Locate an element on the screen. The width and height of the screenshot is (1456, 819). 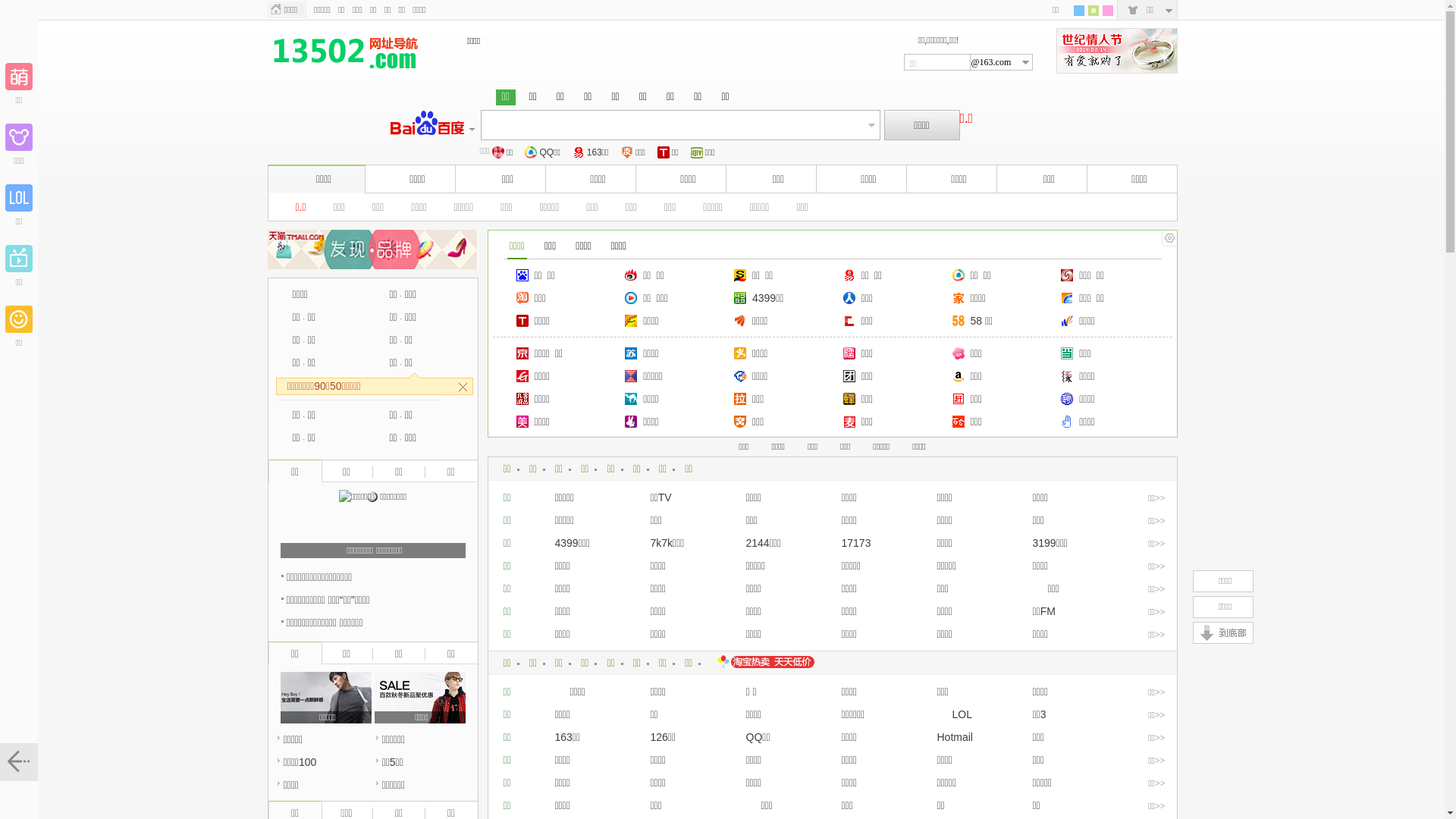
'17173' is located at coordinates (856, 542).